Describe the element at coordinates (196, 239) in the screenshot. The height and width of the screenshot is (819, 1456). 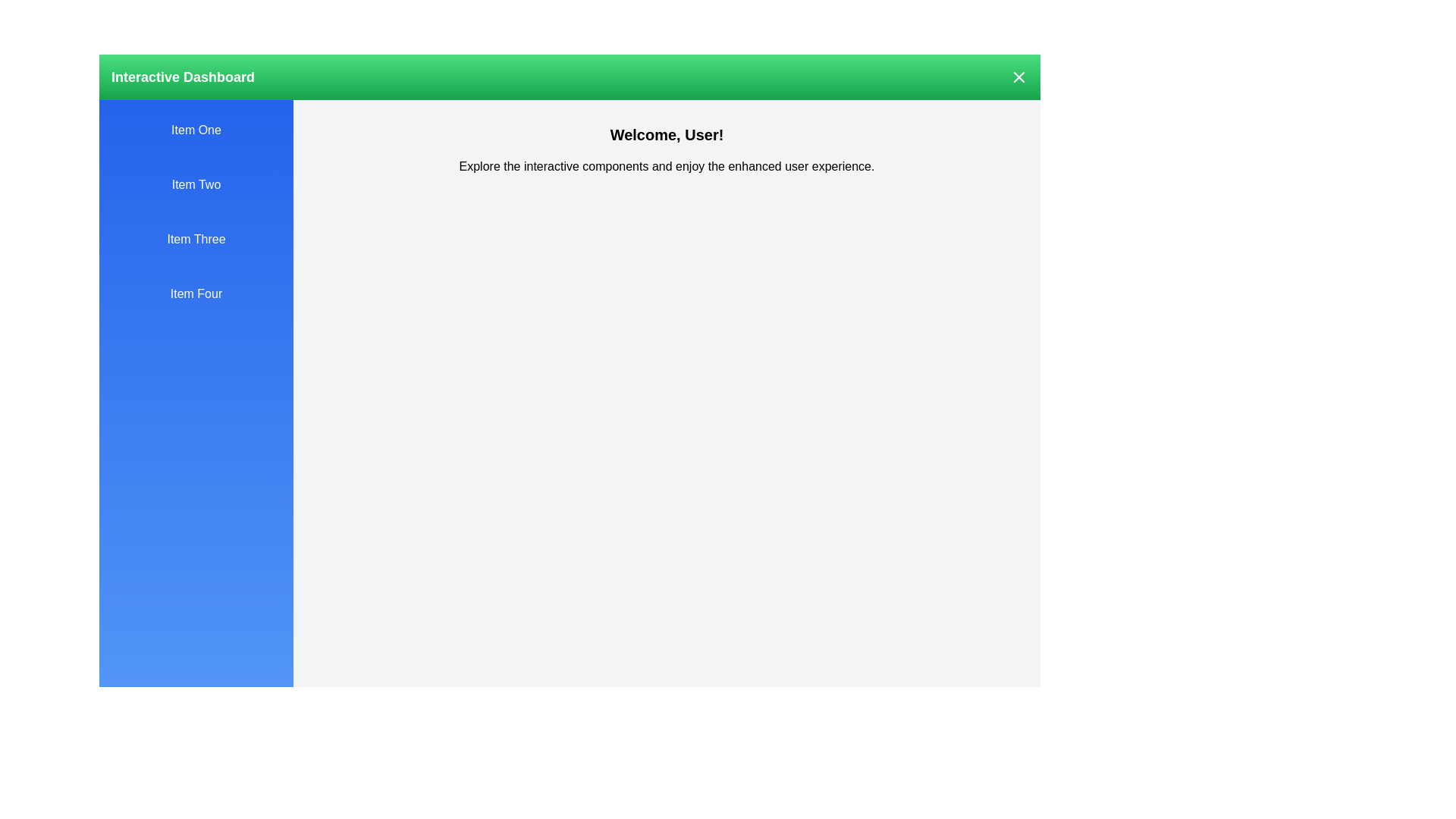
I see `the drawer item labeled Item Three` at that location.